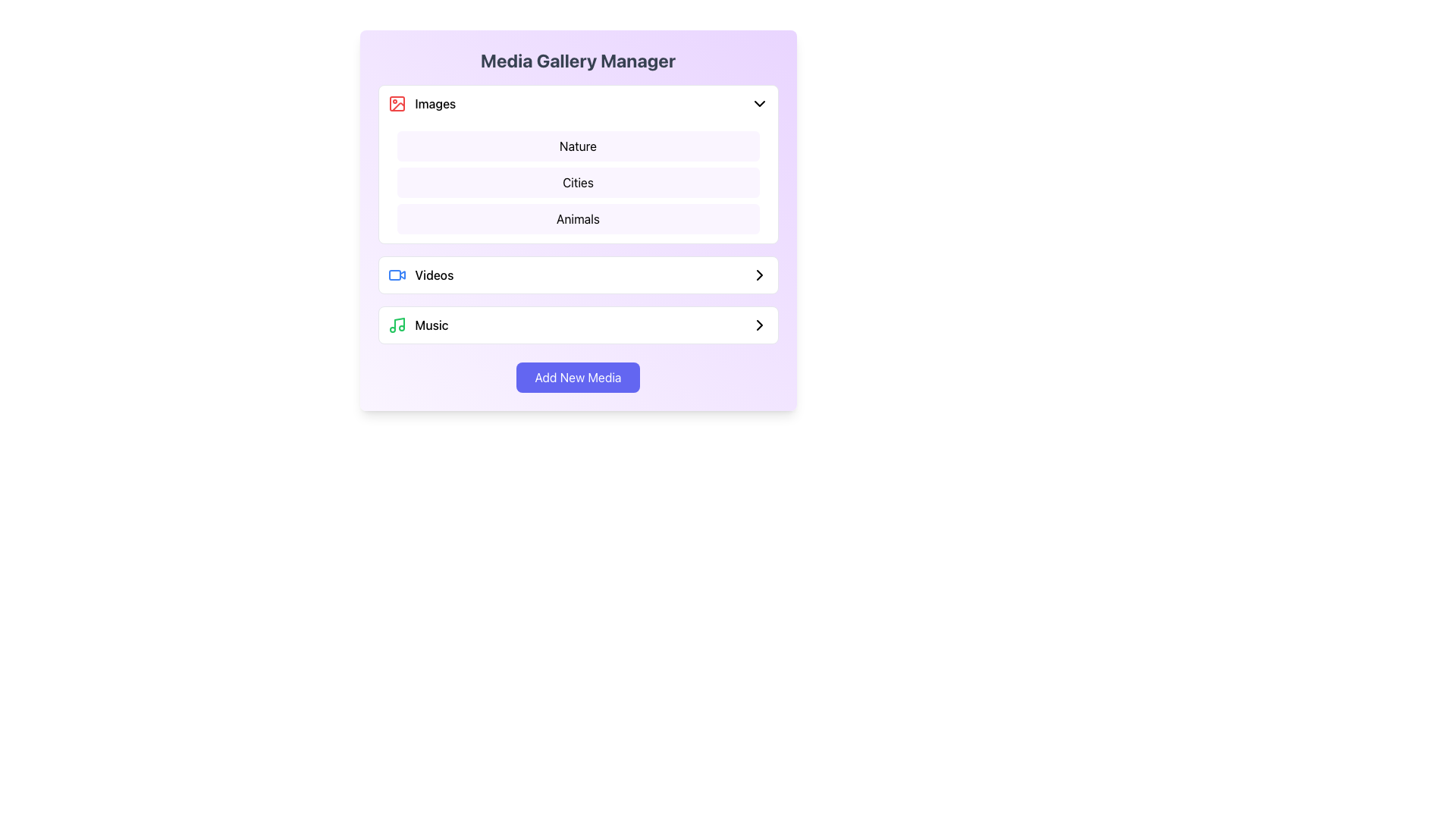 The height and width of the screenshot is (819, 1456). What do you see at coordinates (577, 181) in the screenshot?
I see `the interactive list items or selection tiles under the 'Images' header in the 'Media Gallery Manager'` at bounding box center [577, 181].